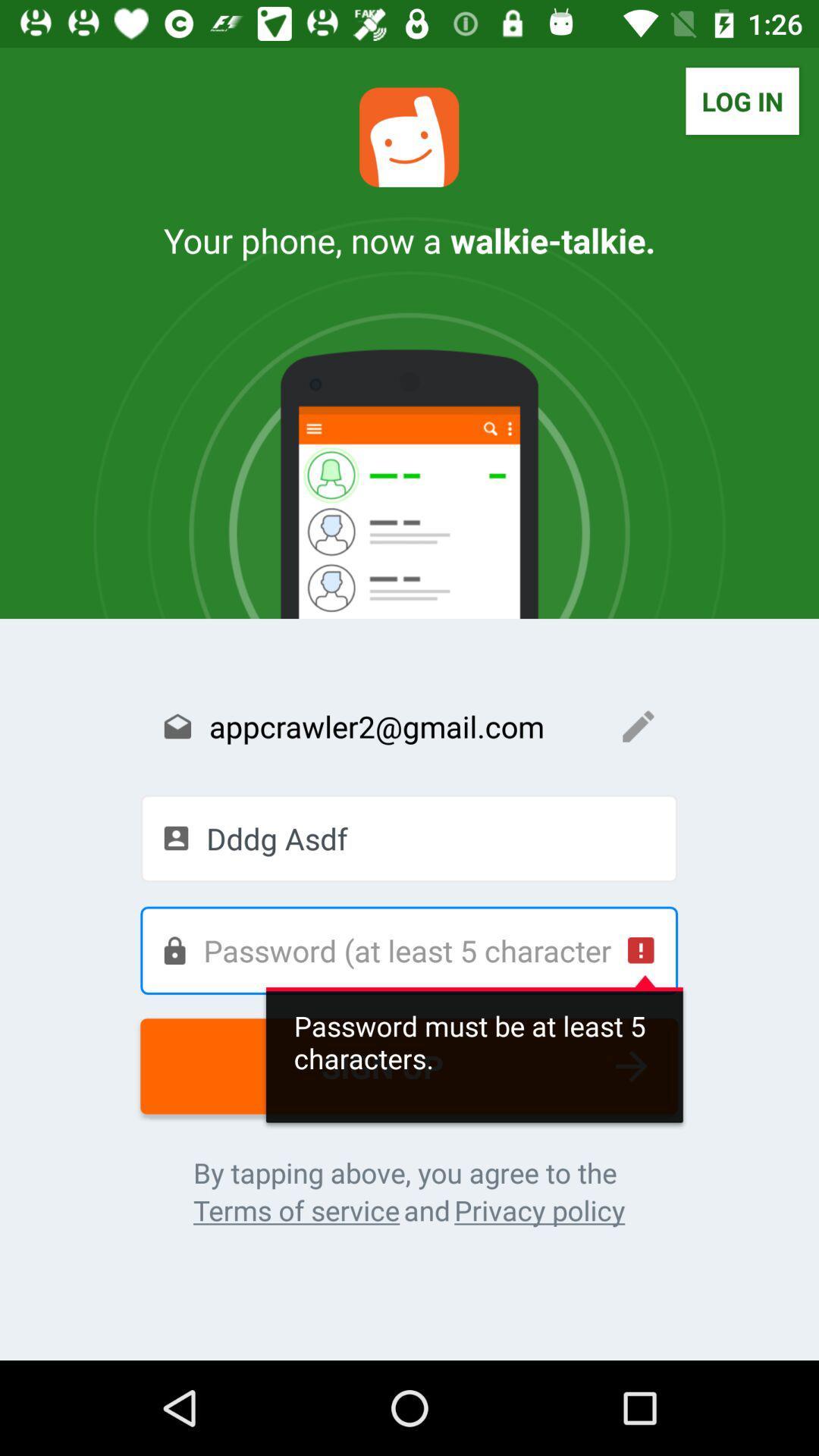 This screenshot has width=819, height=1456. Describe the element at coordinates (408, 1065) in the screenshot. I see `the icon above by tapping above icon` at that location.